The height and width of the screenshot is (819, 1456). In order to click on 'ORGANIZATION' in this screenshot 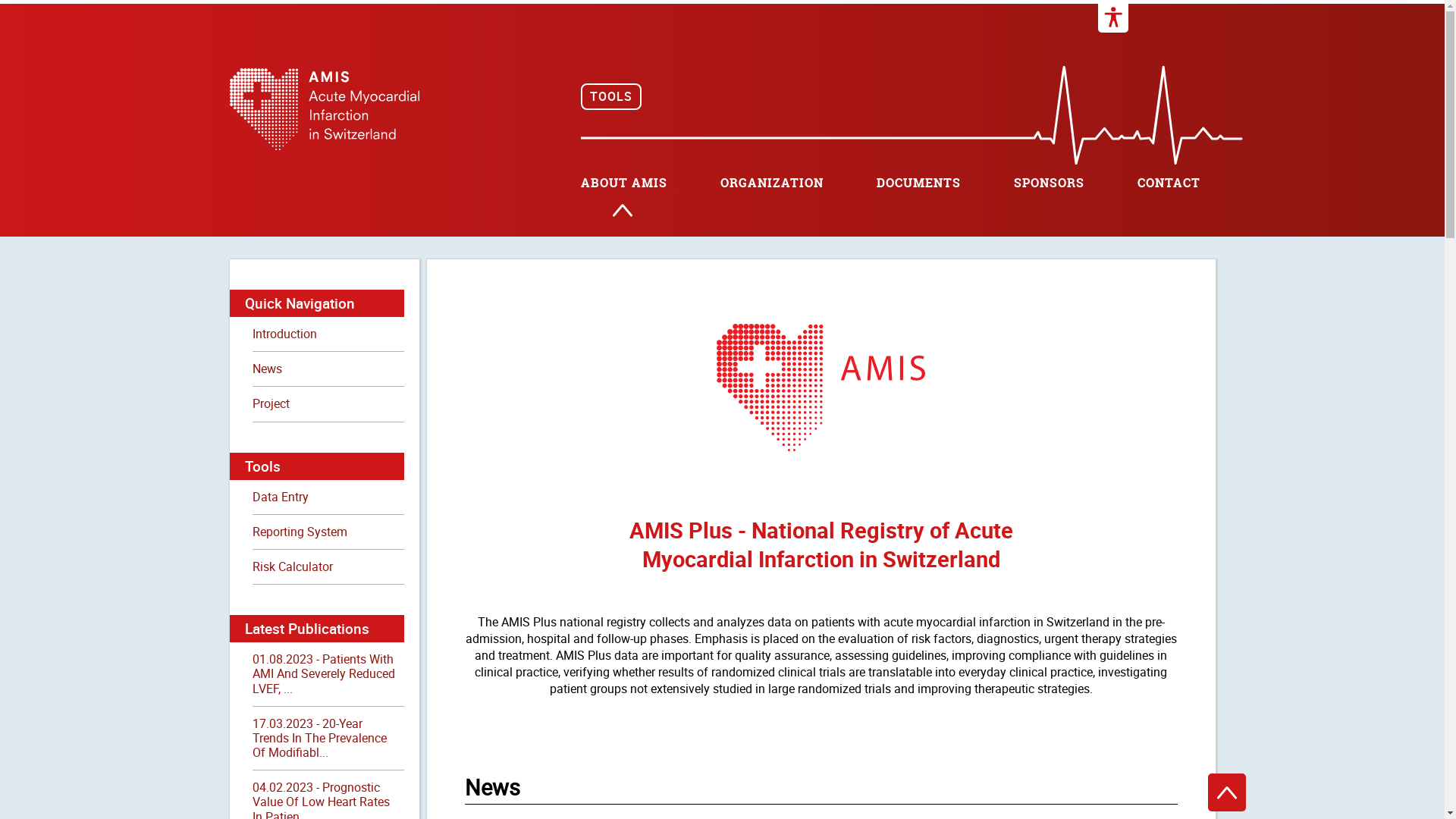, I will do `click(771, 182)`.